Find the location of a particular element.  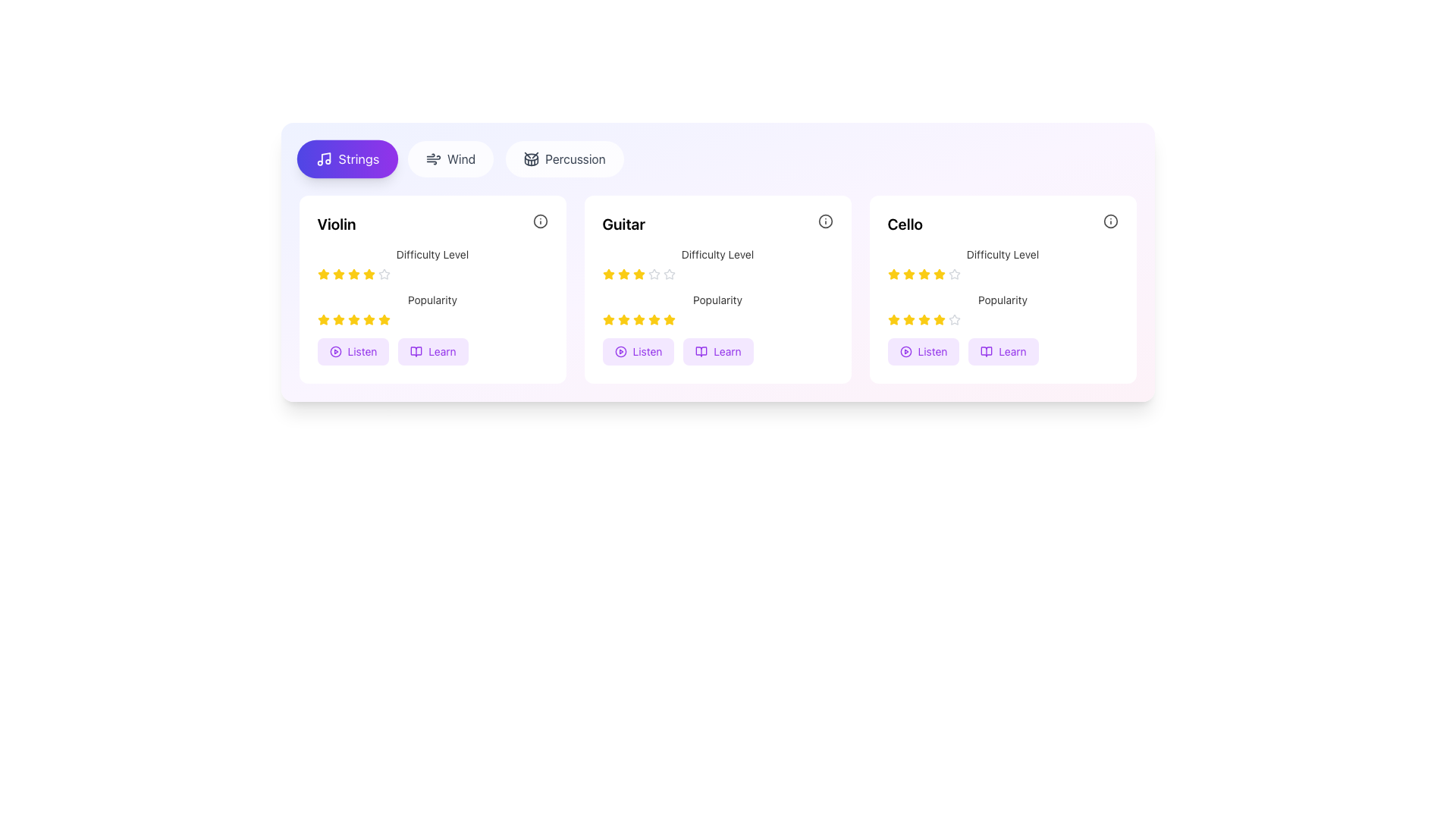

the fifth star icon in the 'Popularity' section of the 'Violin' card is located at coordinates (353, 318).